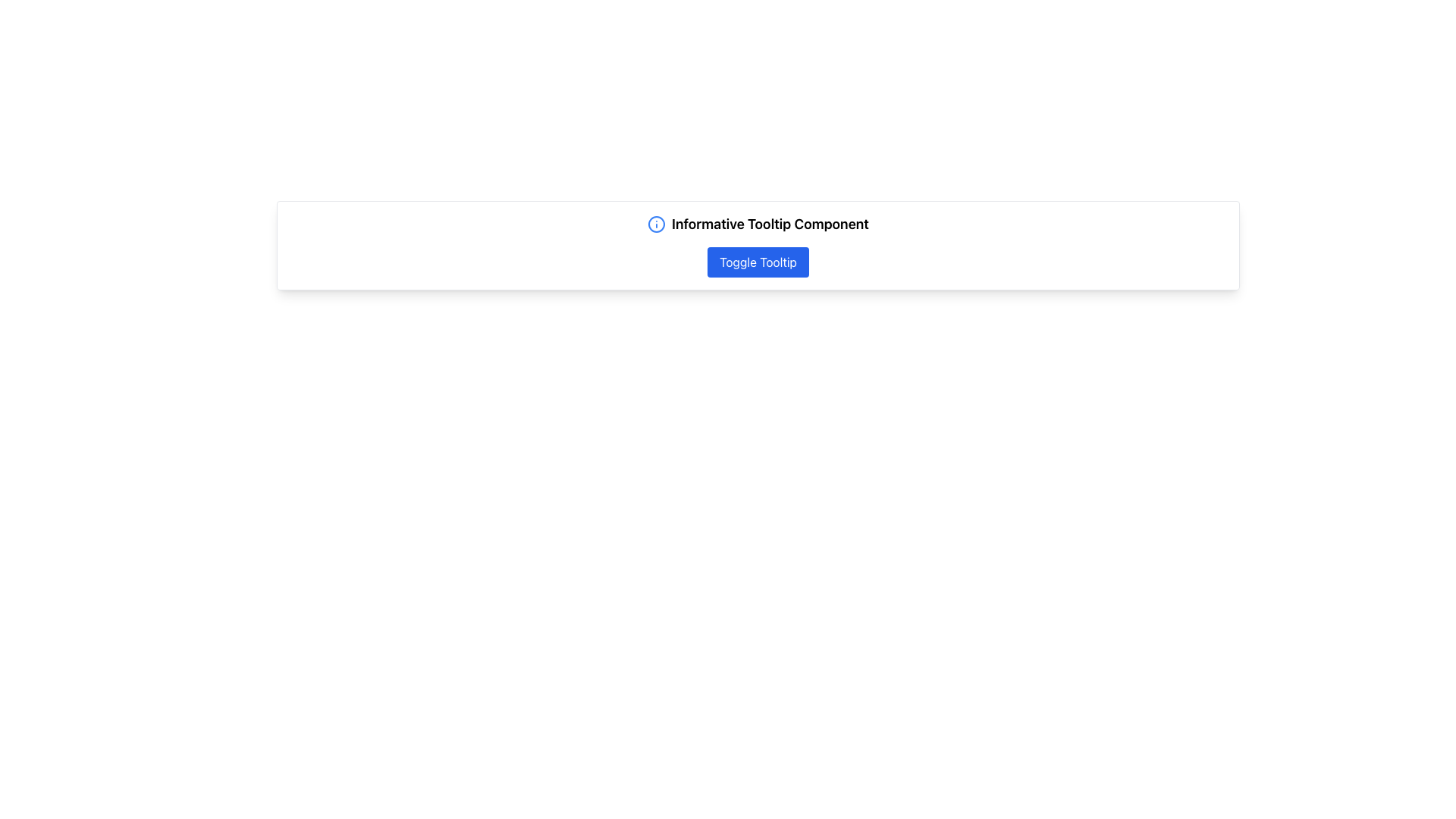  What do you see at coordinates (758, 262) in the screenshot?
I see `the 'Toggle Tooltip' button with white text on a blue background` at bounding box center [758, 262].